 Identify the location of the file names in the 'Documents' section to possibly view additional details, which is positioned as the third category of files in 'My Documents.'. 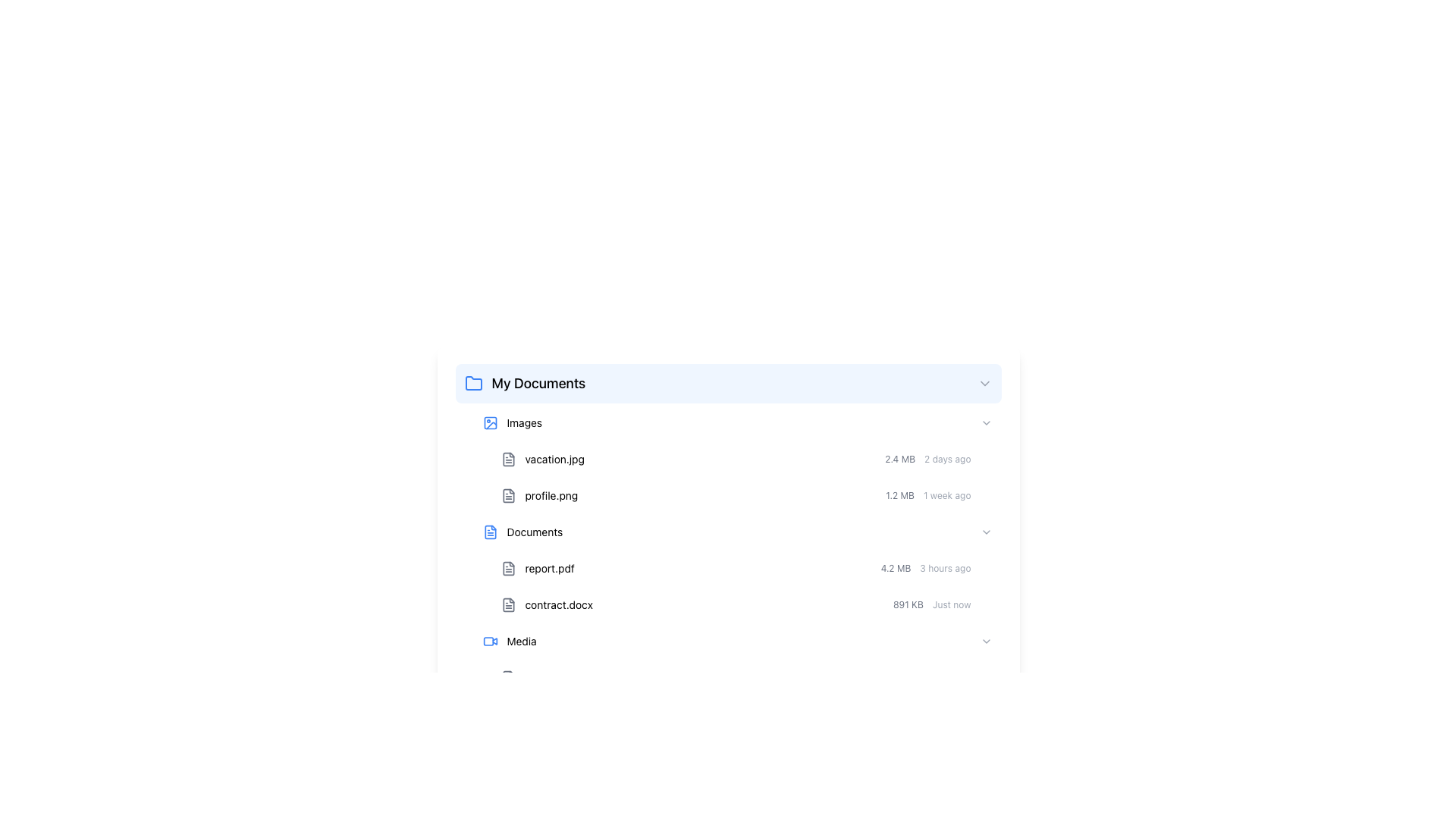
(737, 568).